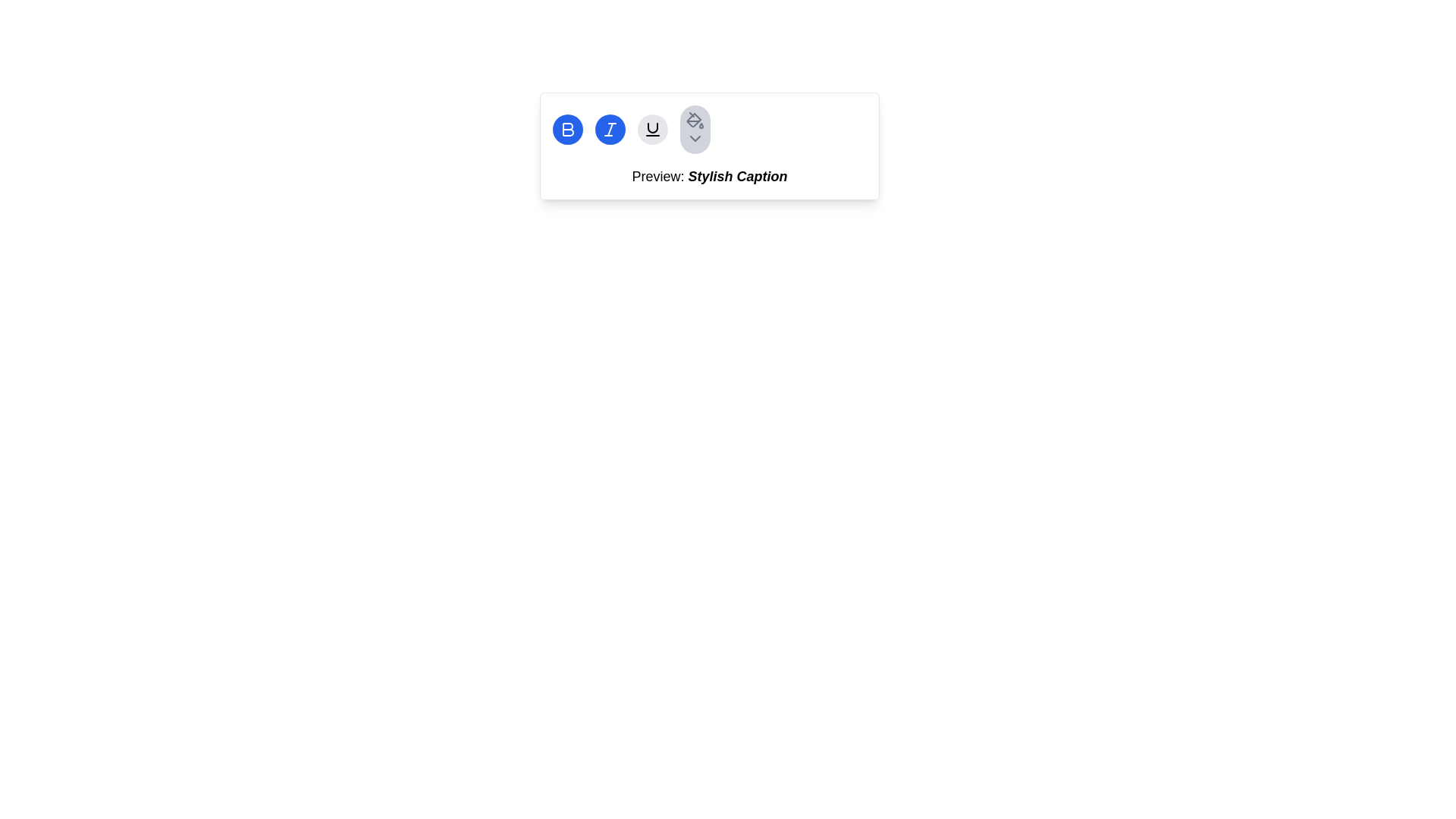 This screenshot has width=1456, height=819. Describe the element at coordinates (652, 128) in the screenshot. I see `the circular button with a light gray background and an underline text formatting icon` at that location.